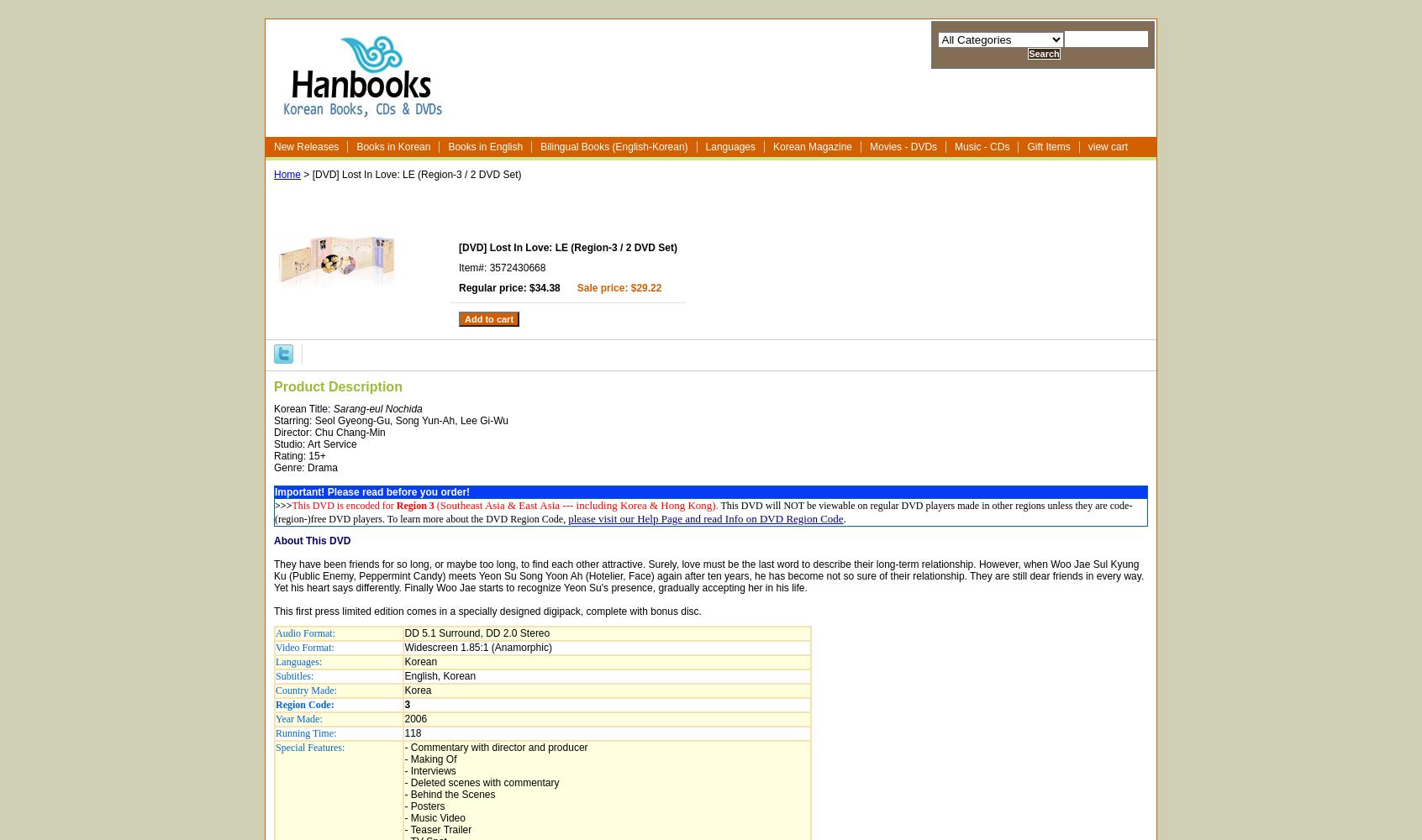 Image resolution: width=1422 pixels, height=840 pixels. Describe the element at coordinates (1048, 147) in the screenshot. I see `'Gift Items'` at that location.